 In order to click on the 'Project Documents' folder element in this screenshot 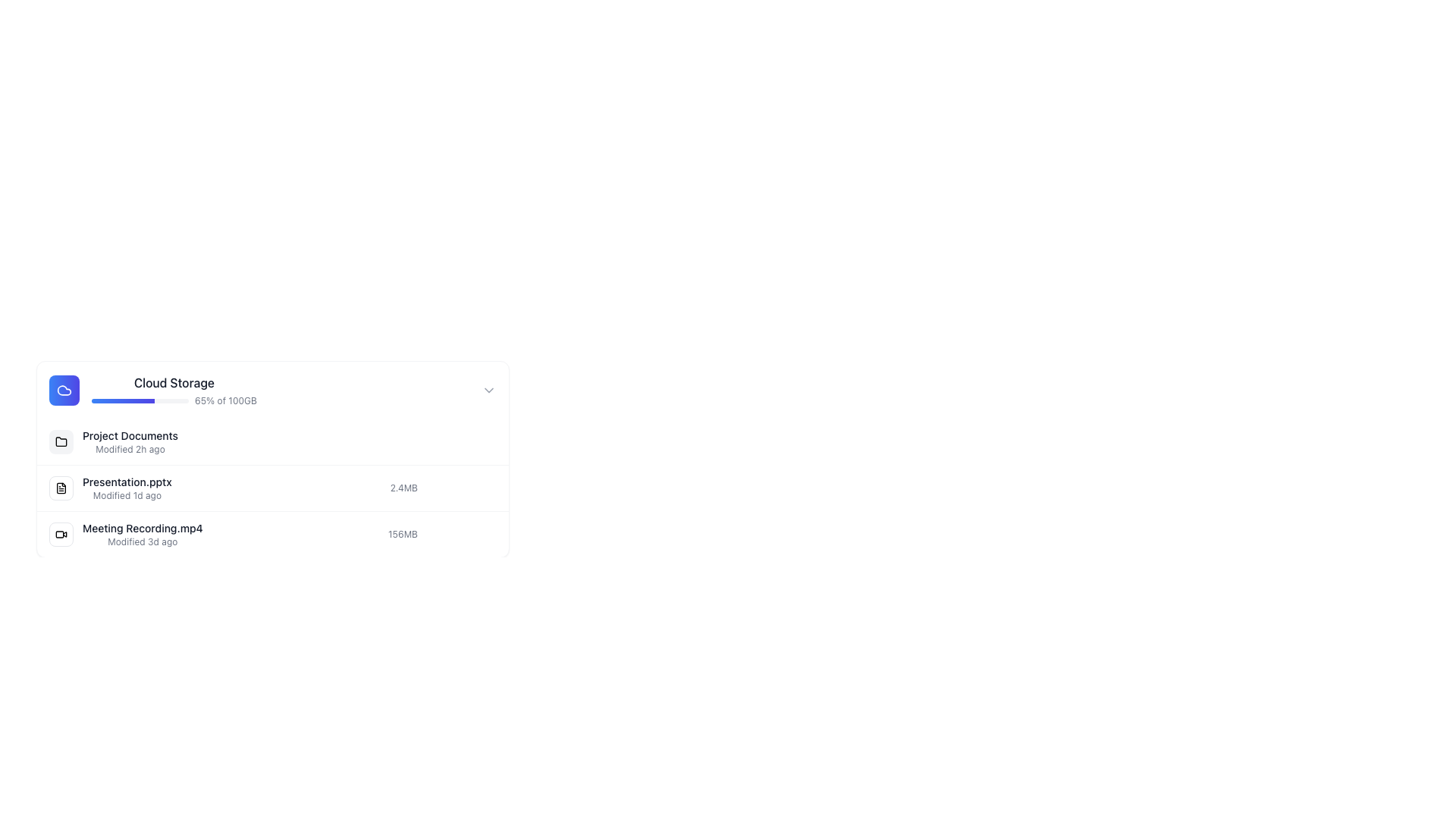, I will do `click(112, 441)`.